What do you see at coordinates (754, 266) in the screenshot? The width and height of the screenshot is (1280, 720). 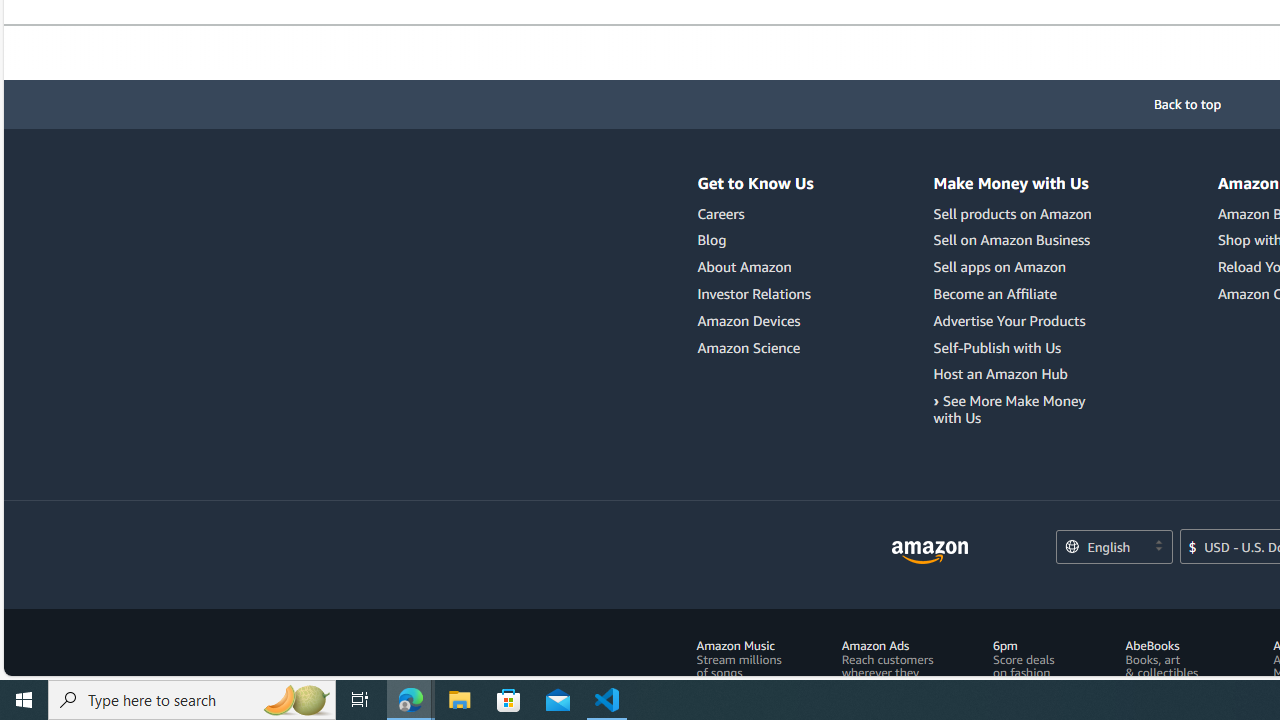 I see `'About Amazon'` at bounding box center [754, 266].